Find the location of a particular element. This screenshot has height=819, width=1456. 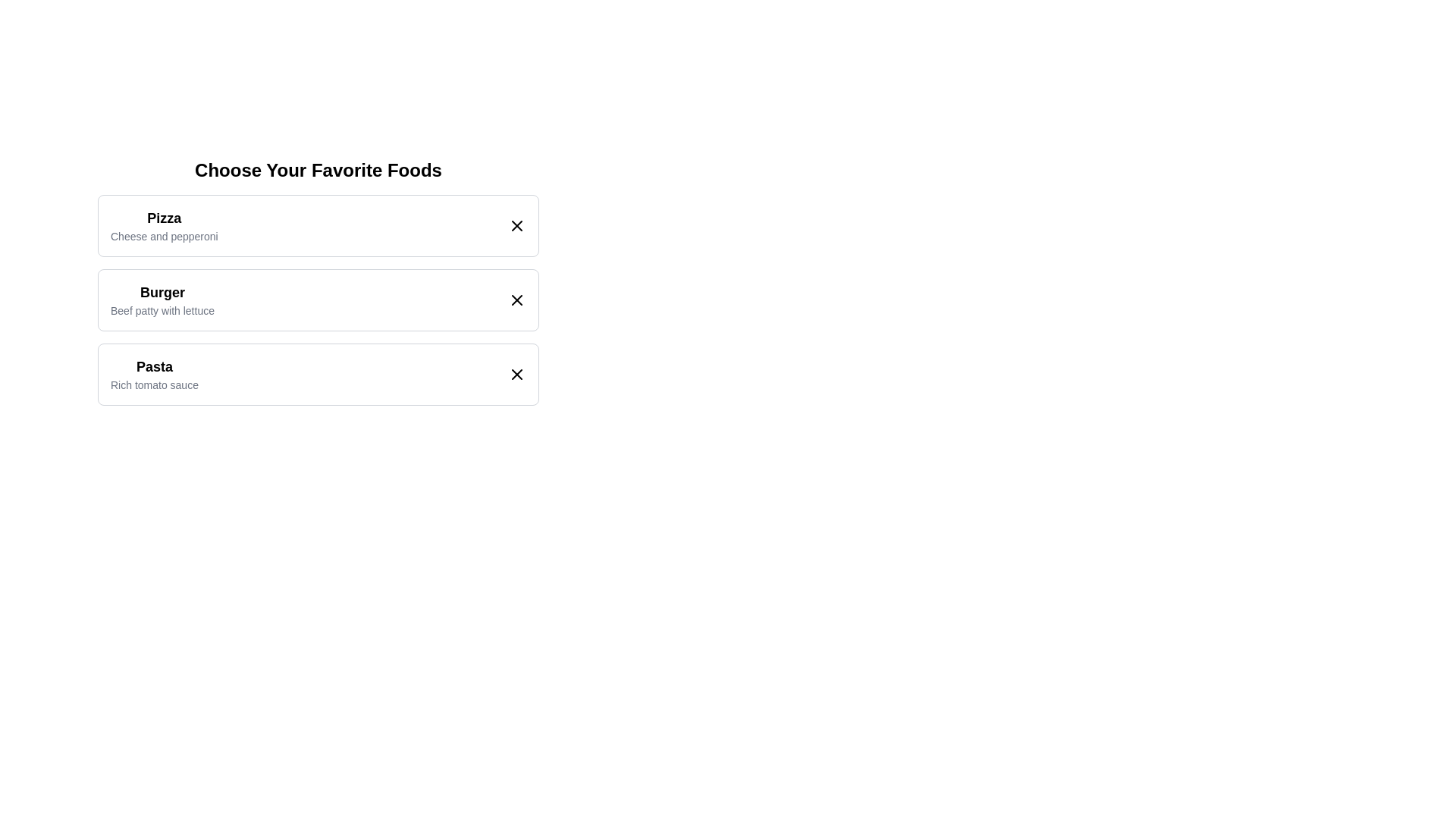

the close icon located on the far right side of the 'Burger' menu item is located at coordinates (516, 300).